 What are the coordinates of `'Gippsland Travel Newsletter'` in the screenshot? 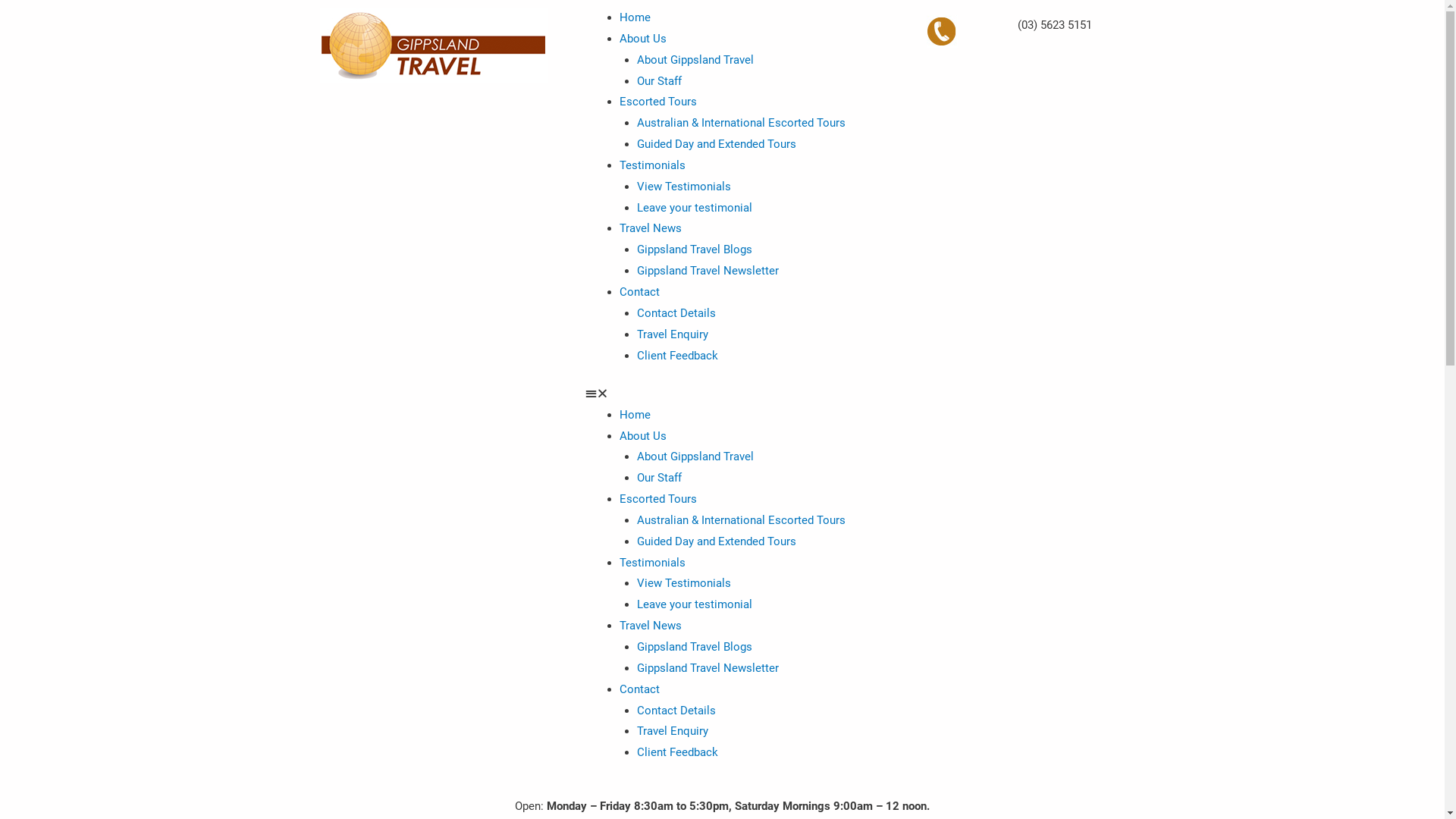 It's located at (707, 667).